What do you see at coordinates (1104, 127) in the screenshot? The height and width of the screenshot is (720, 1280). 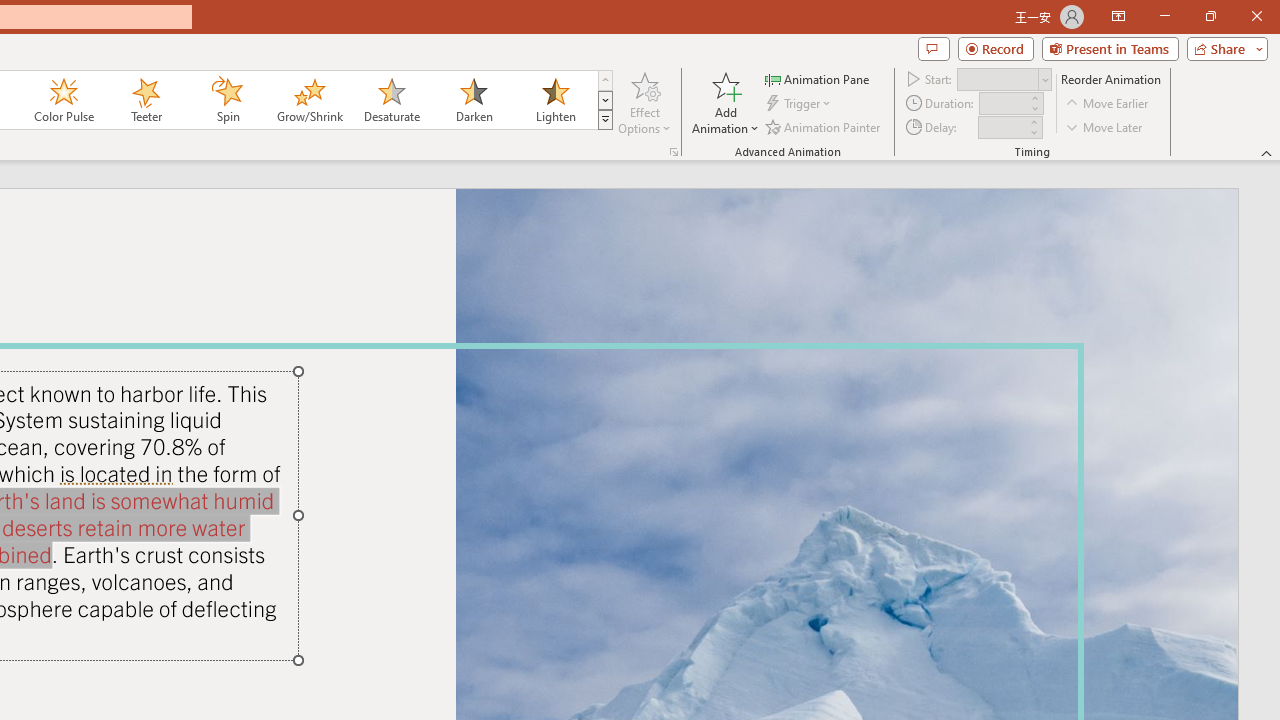 I see `'Move Later'` at bounding box center [1104, 127].